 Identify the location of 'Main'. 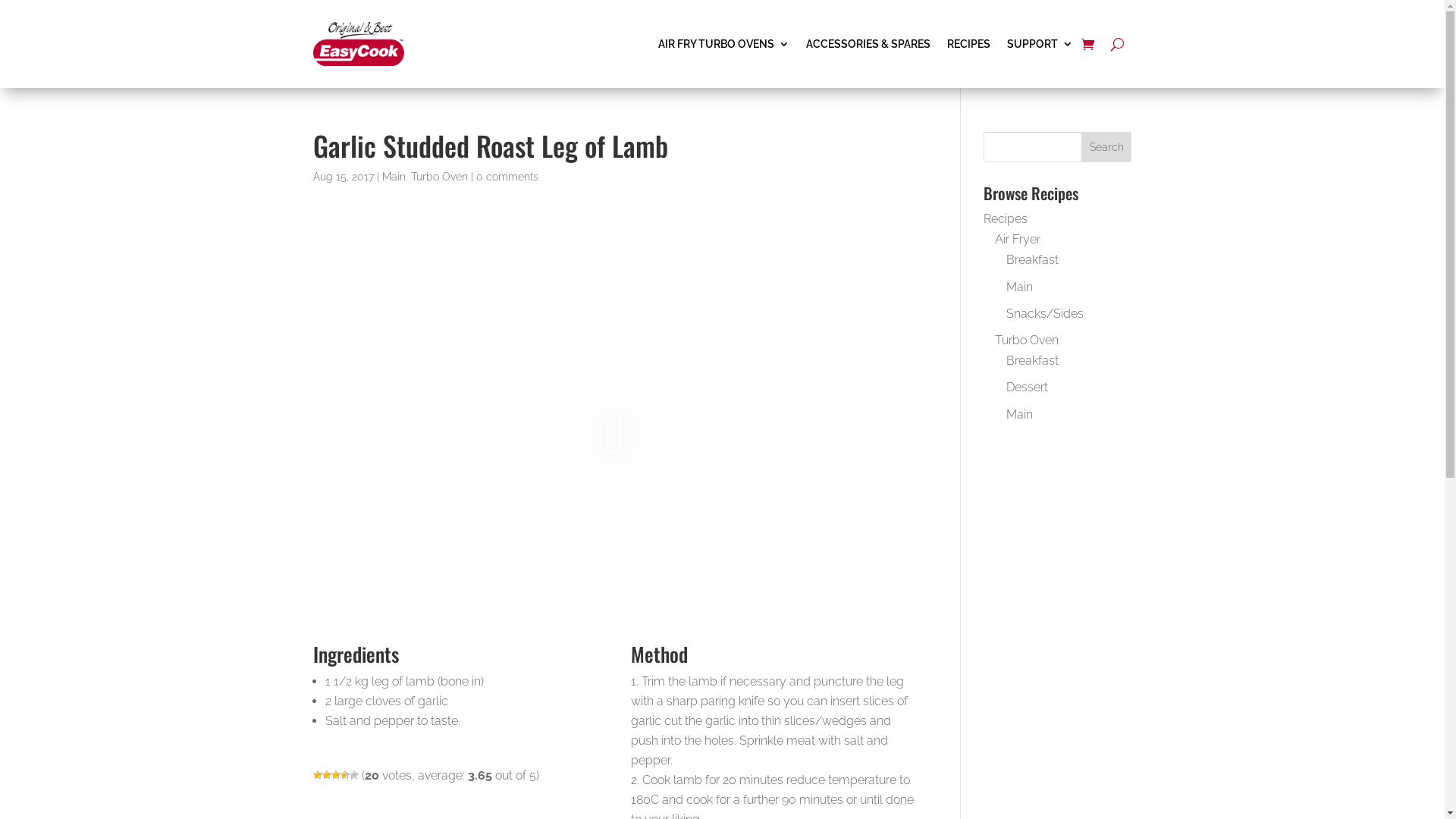
(1019, 413).